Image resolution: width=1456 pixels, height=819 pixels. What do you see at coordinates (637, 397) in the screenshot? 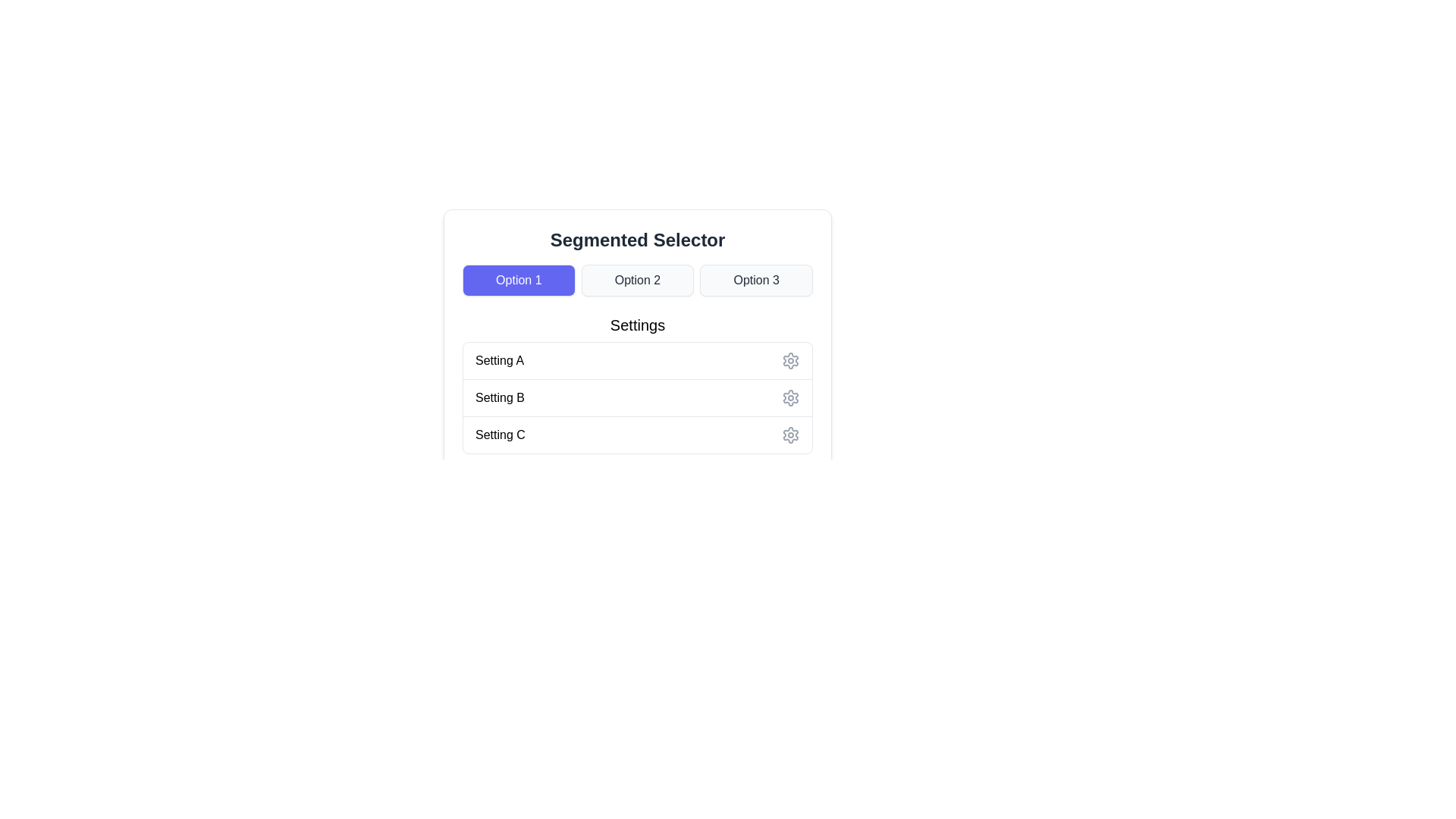
I see `the second row labeled 'Setting B' in the settings options` at bounding box center [637, 397].